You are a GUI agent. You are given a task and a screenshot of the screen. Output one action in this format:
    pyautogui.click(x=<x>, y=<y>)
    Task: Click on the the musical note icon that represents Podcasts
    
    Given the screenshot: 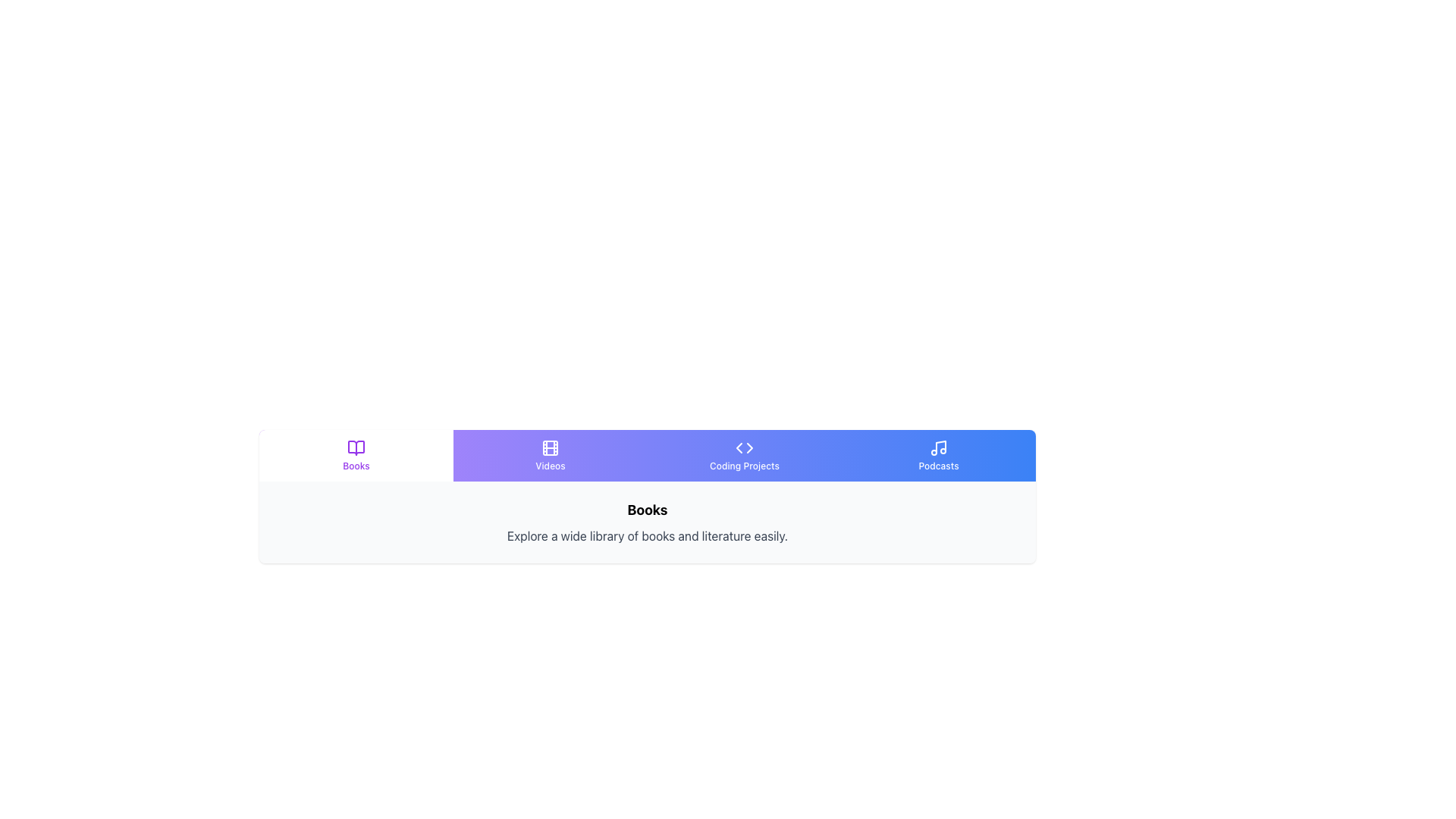 What is the action you would take?
    pyautogui.click(x=938, y=447)
    